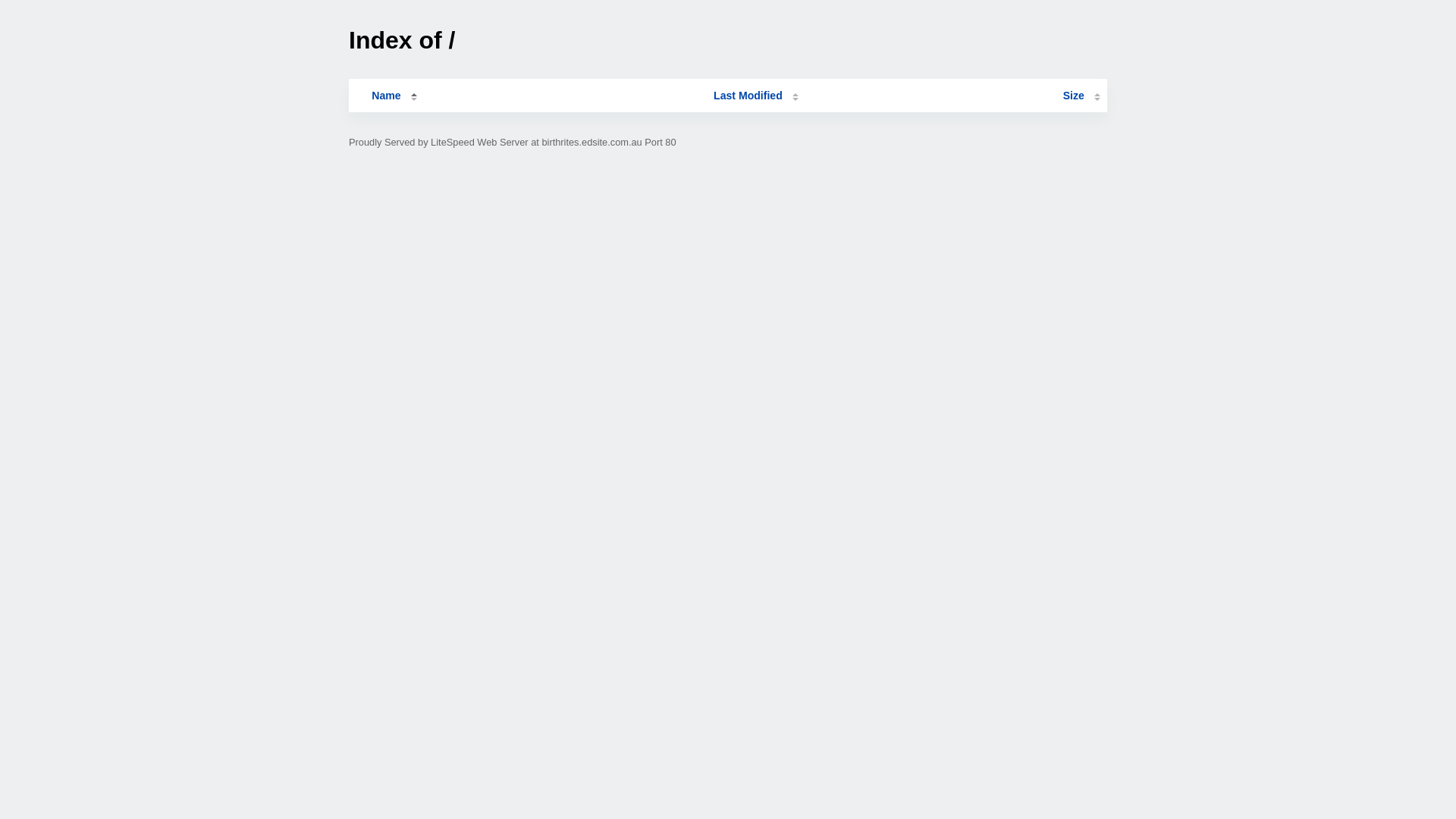 The height and width of the screenshot is (819, 1456). Describe the element at coordinates (1062, 96) in the screenshot. I see `'Size'` at that location.